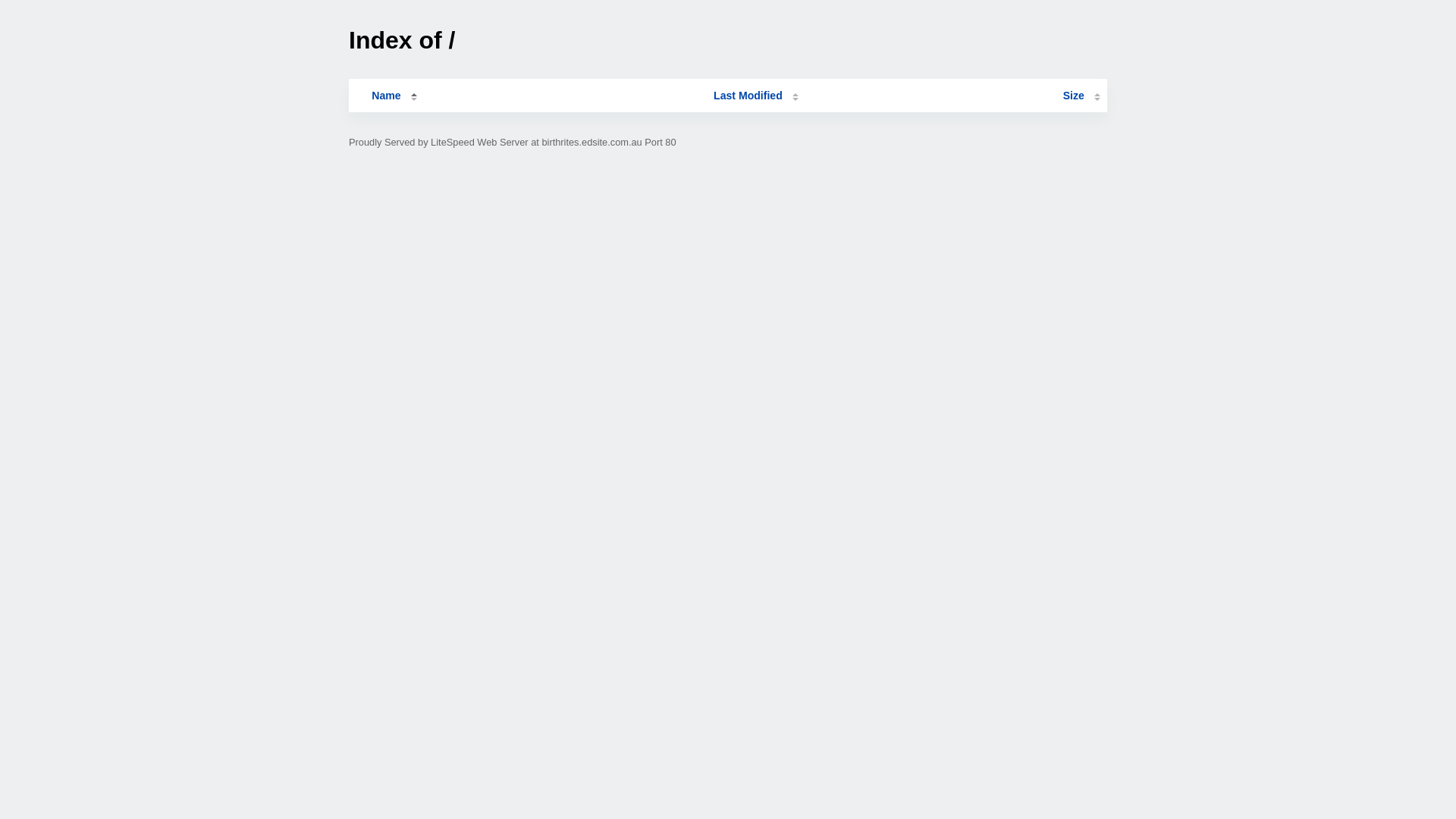 The height and width of the screenshot is (819, 1456). Describe the element at coordinates (1062, 96) in the screenshot. I see `'Size'` at that location.